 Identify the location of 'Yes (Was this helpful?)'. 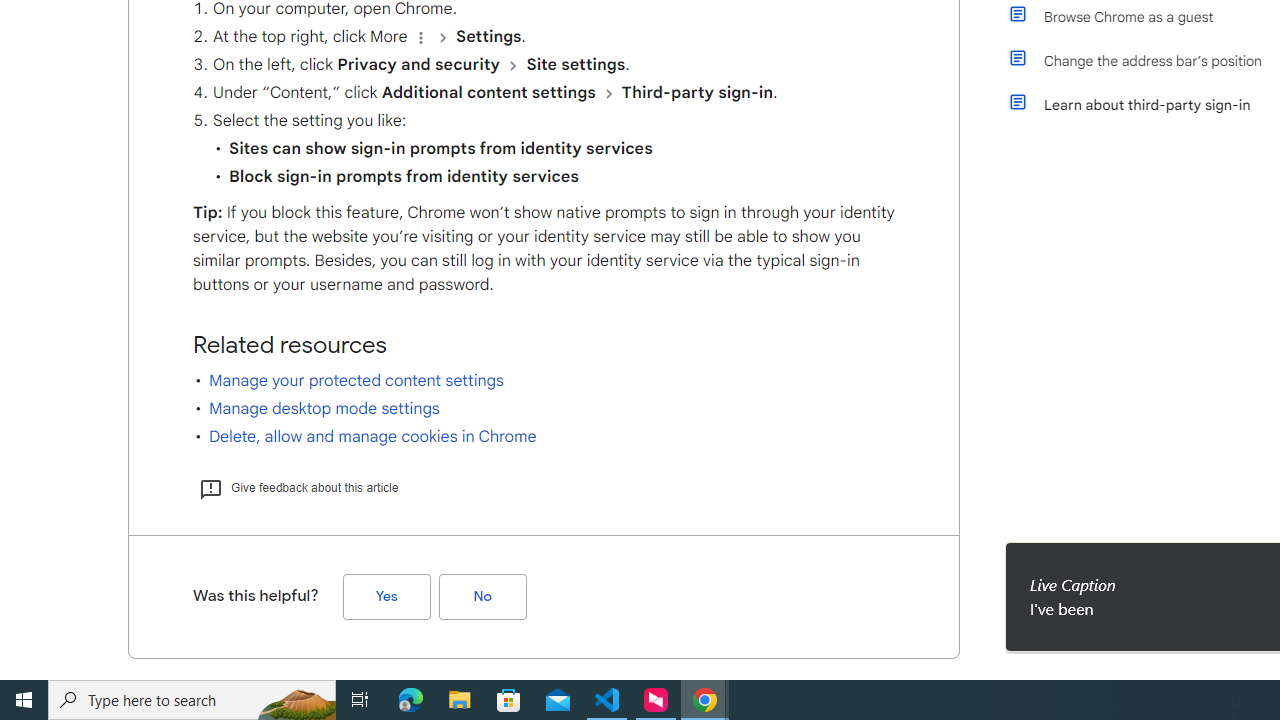
(386, 595).